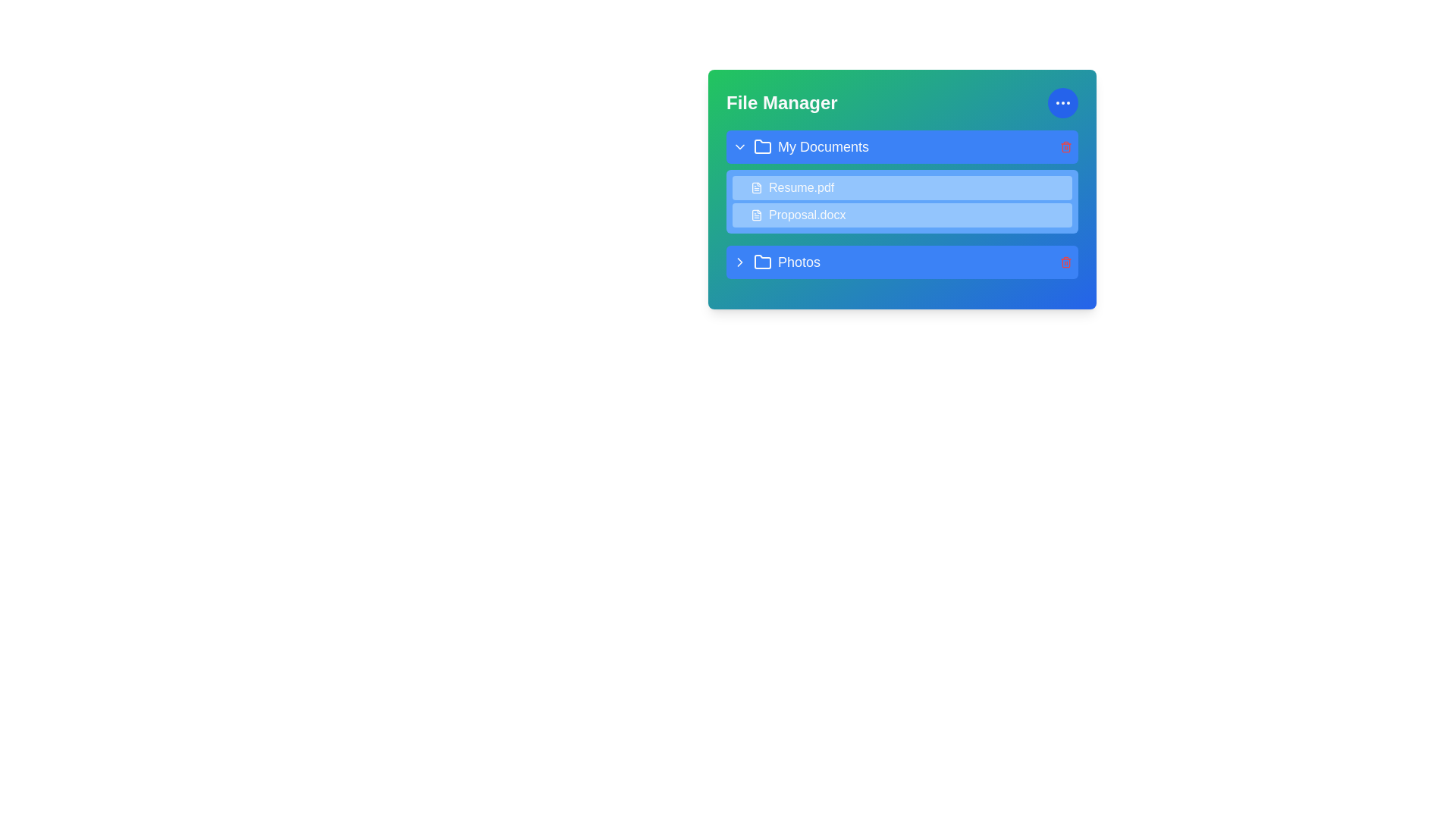 This screenshot has width=1456, height=819. What do you see at coordinates (757, 215) in the screenshot?
I see `the document icon representing 'Proposal.docx' in the 'My Documents' section, which is a small icon depicting a file with a header and text lines, located near the left margin` at bounding box center [757, 215].